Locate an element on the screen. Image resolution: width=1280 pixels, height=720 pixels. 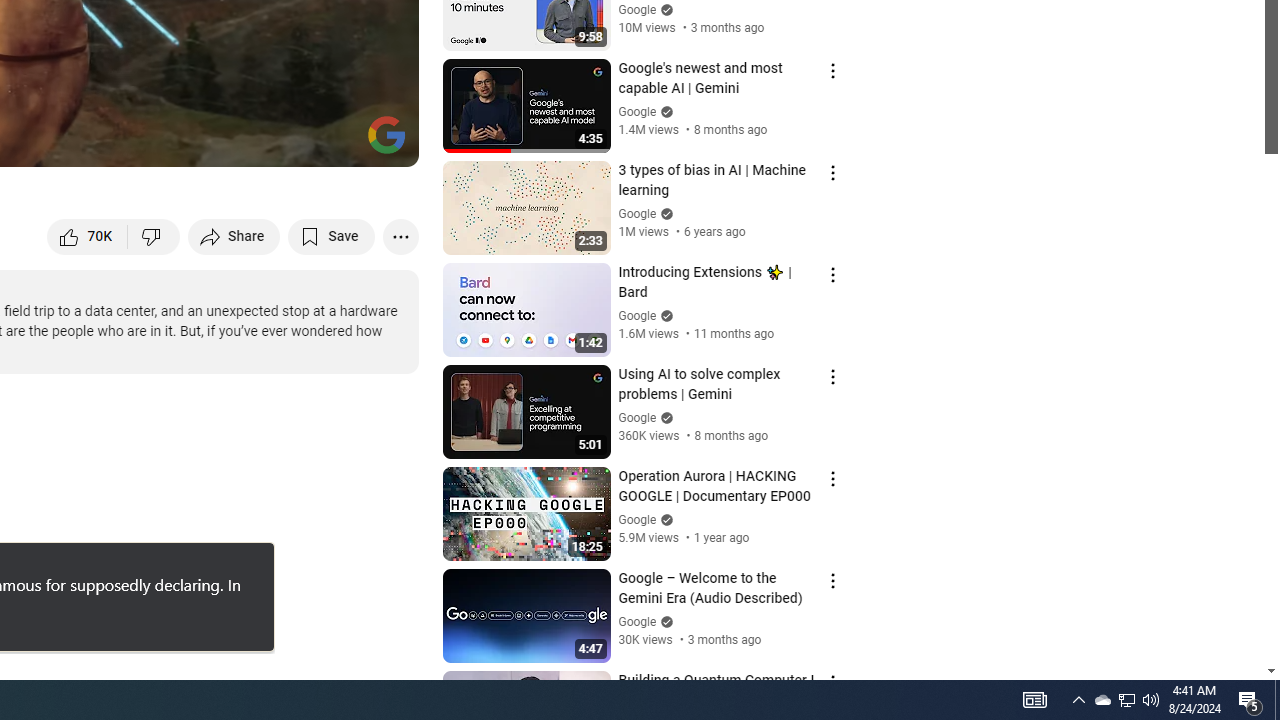
'Save to playlist' is located at coordinates (331, 235).